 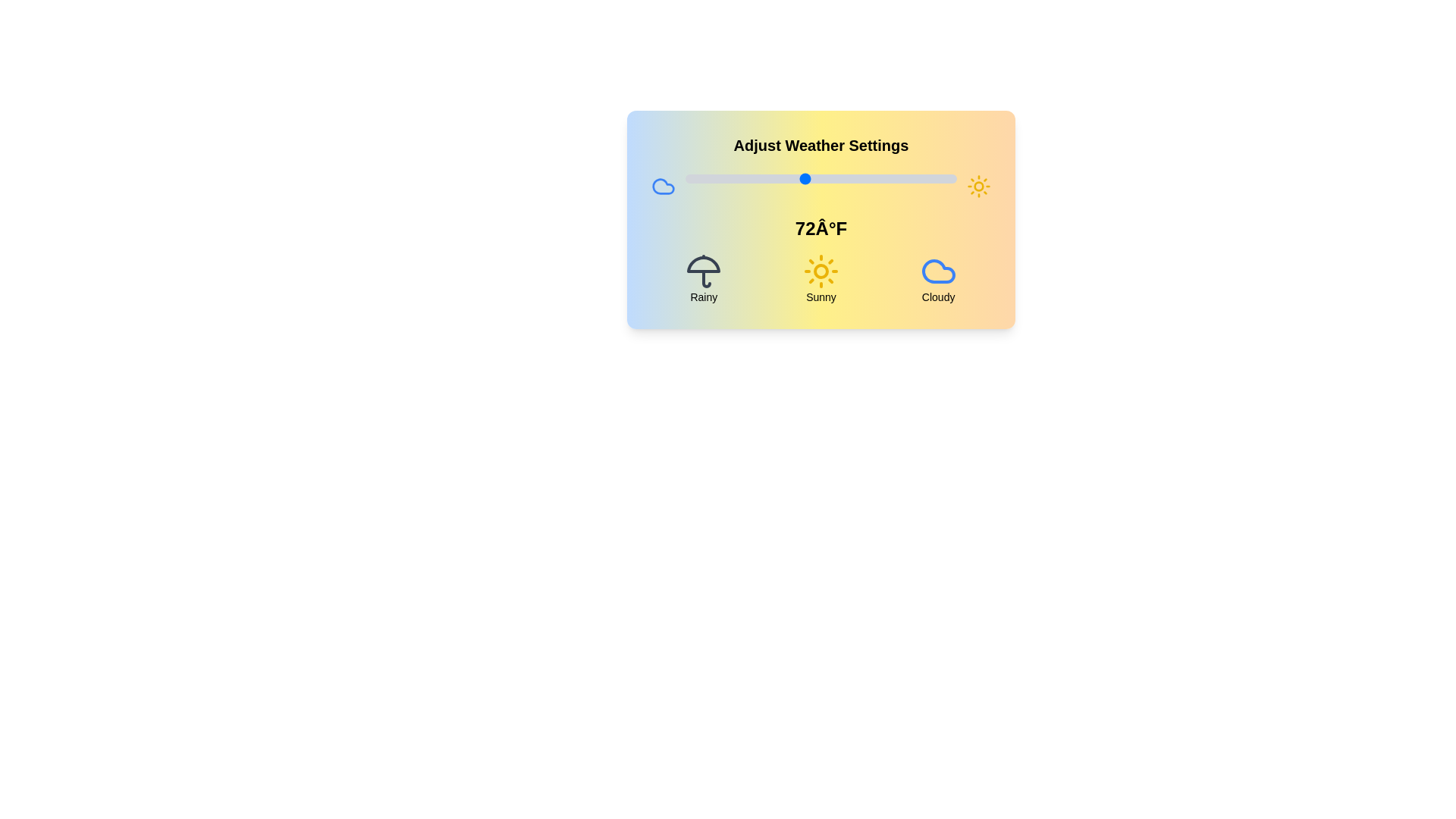 What do you see at coordinates (819, 271) in the screenshot?
I see `the weather condition icon corresponding to Sunny` at bounding box center [819, 271].